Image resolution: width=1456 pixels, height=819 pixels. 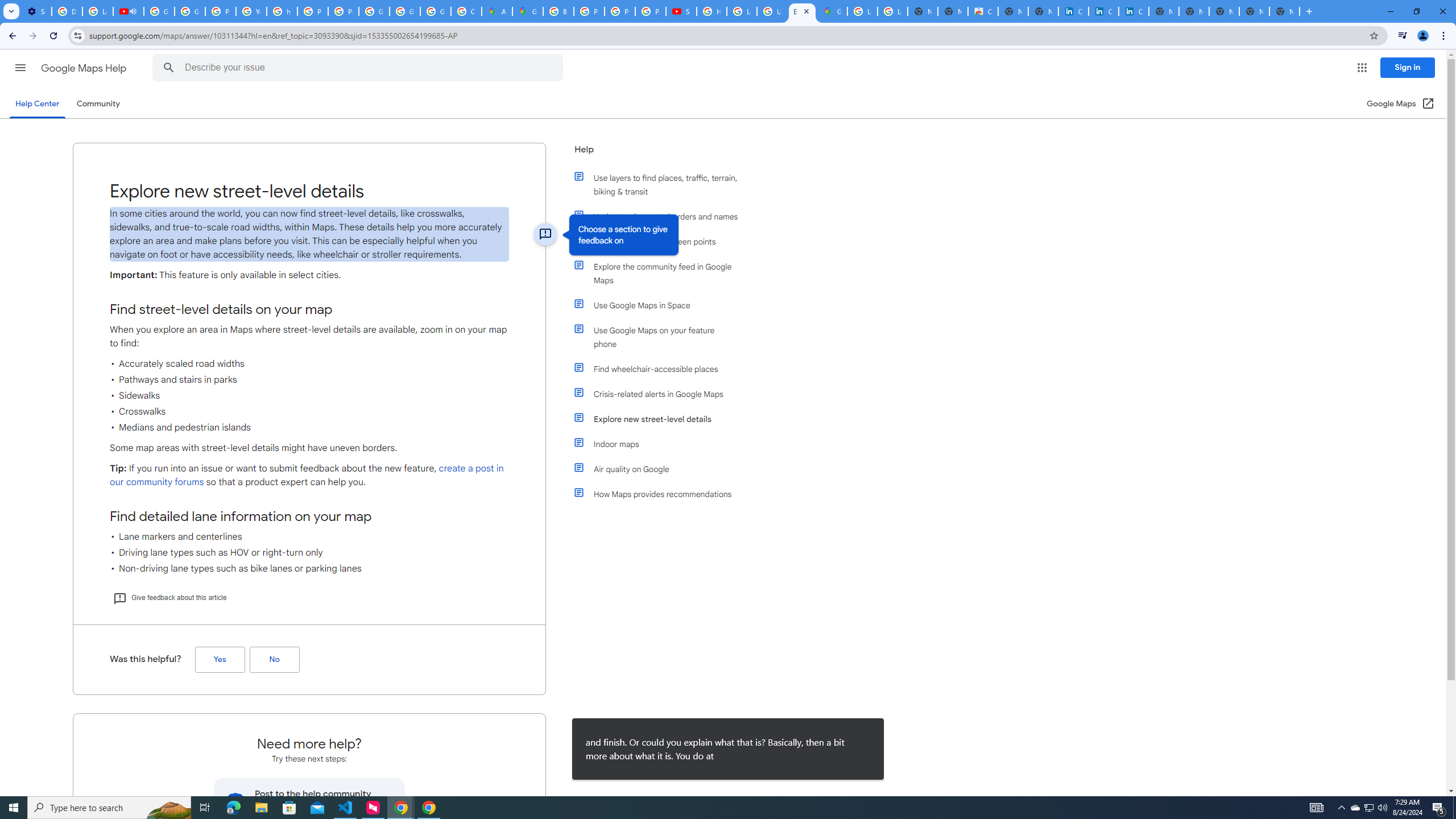 I want to click on 'Delete photos & videos - Computer - Google Photos Help', so click(x=67, y=11).